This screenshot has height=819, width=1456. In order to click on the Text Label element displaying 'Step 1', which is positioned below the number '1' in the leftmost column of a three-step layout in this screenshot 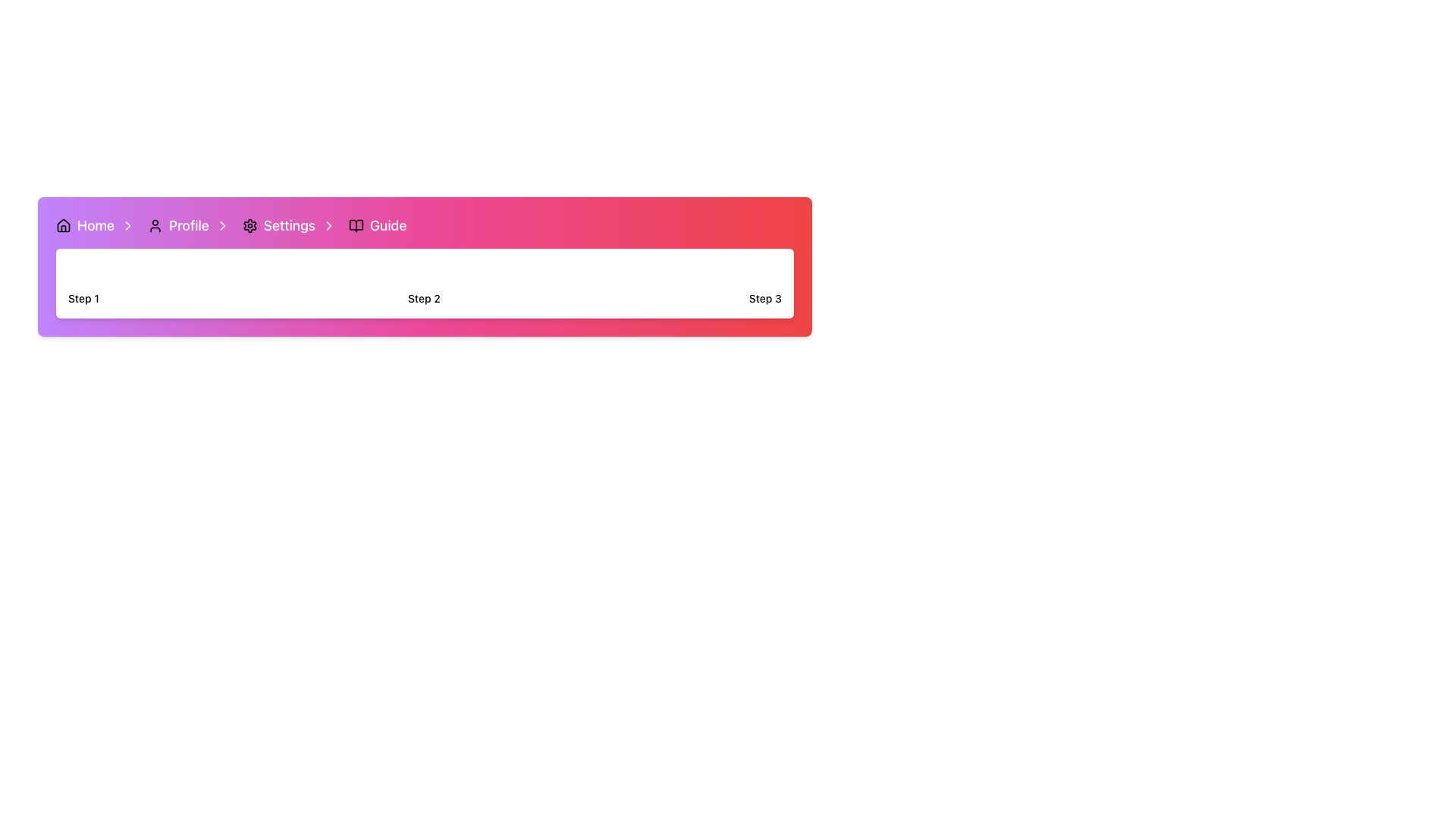, I will do `click(83, 298)`.